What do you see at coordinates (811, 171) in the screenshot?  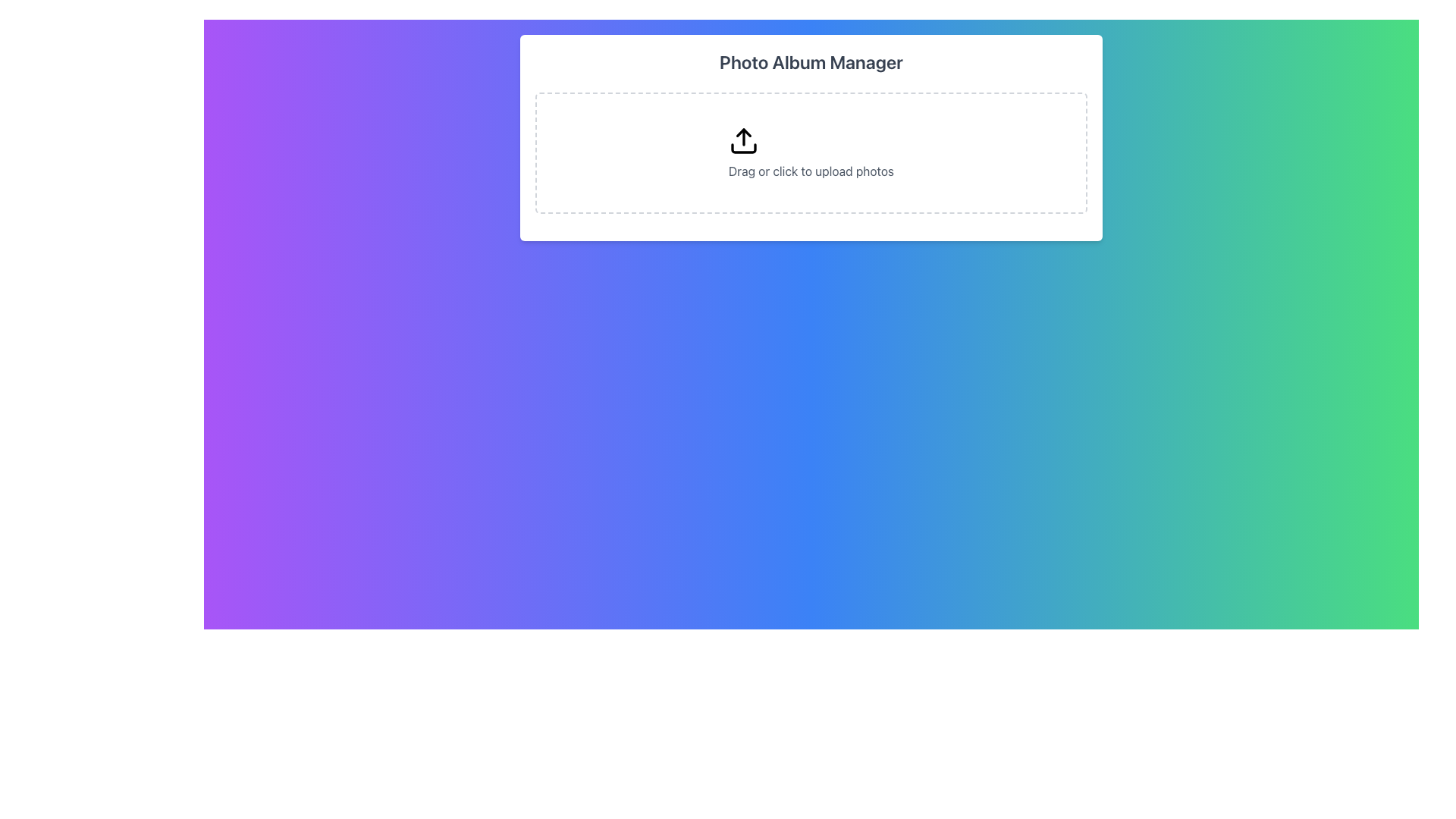 I see `the informational text that reads 'Drag or click to upload photos', which is displayed in a medium-sized gray font, located below the upload icon in a bordered rectangular area` at bounding box center [811, 171].